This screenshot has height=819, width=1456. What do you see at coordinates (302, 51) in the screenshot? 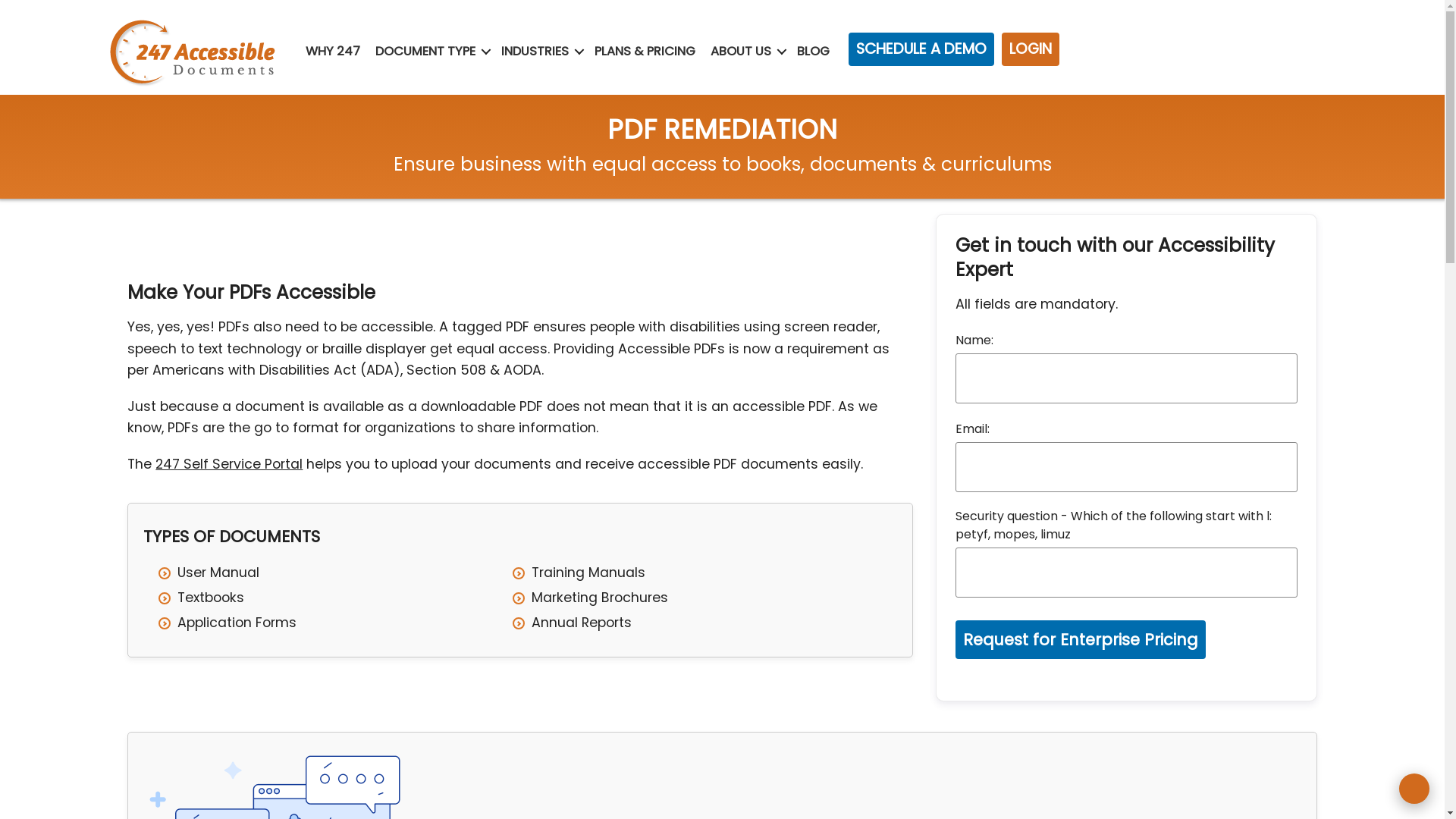
I see `'WHY 247'` at bounding box center [302, 51].